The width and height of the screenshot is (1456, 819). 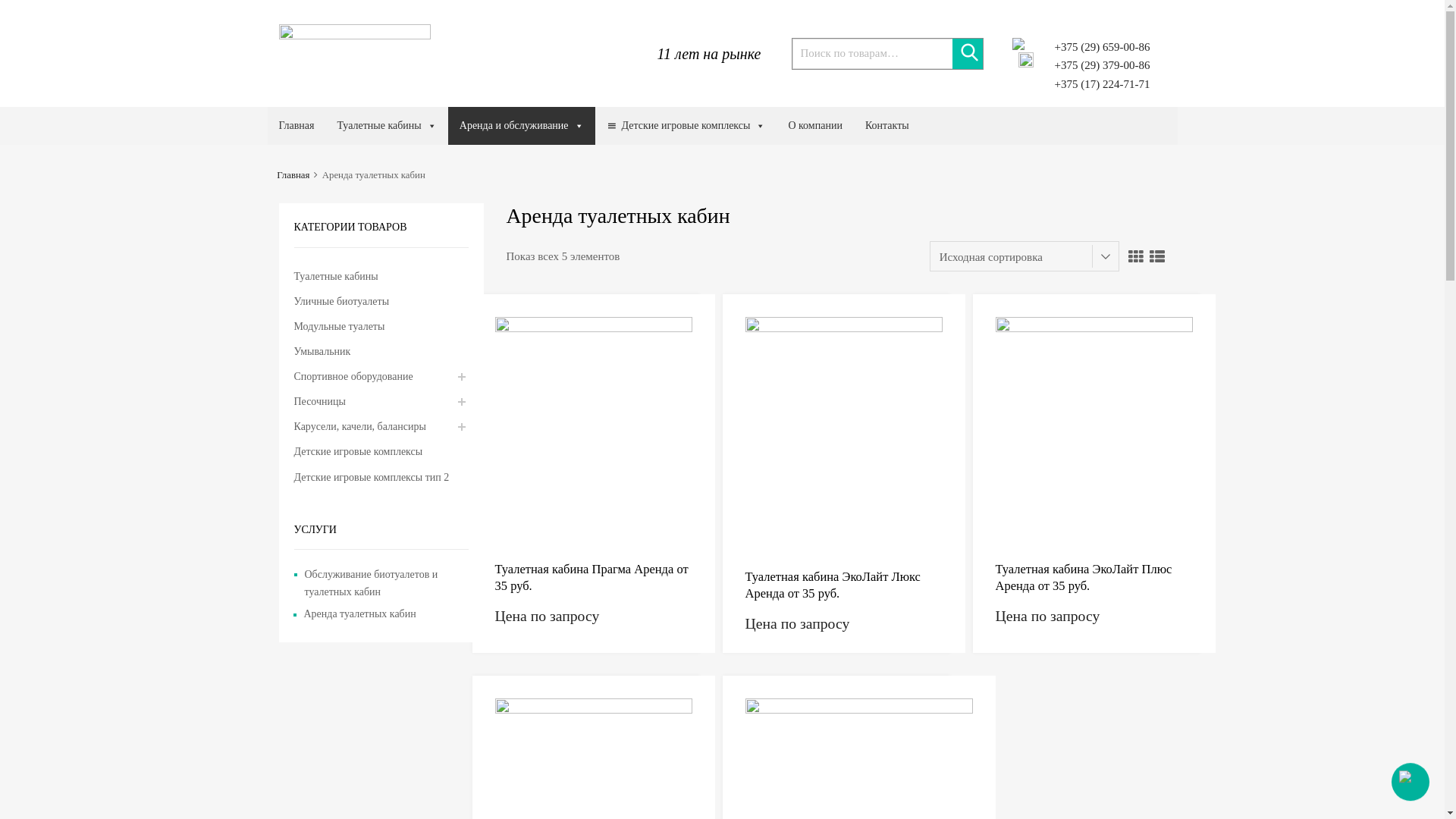 I want to click on '+375 (29) 379-00-86', so click(x=1053, y=64).